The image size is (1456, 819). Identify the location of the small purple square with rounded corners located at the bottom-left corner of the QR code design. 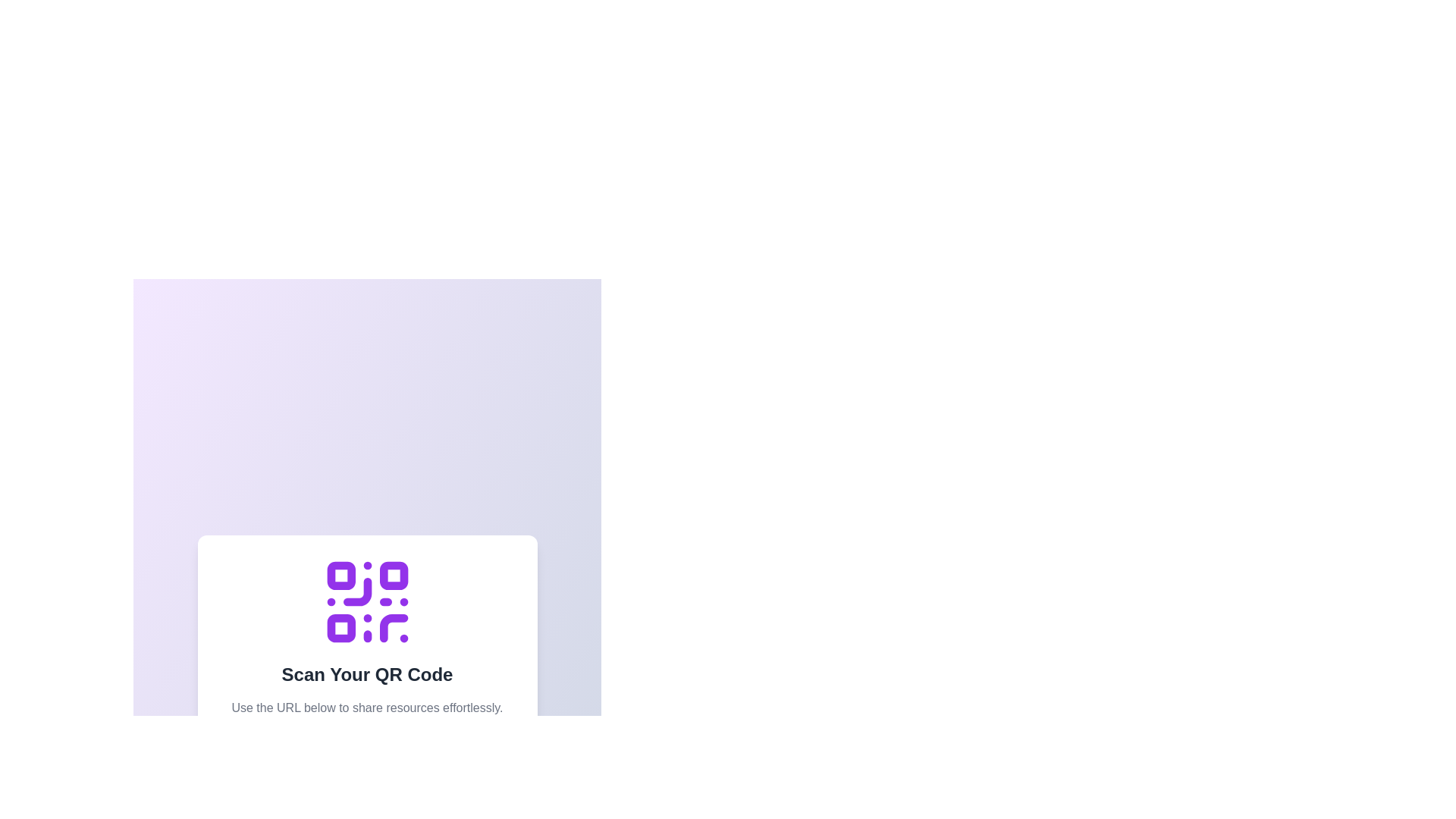
(340, 628).